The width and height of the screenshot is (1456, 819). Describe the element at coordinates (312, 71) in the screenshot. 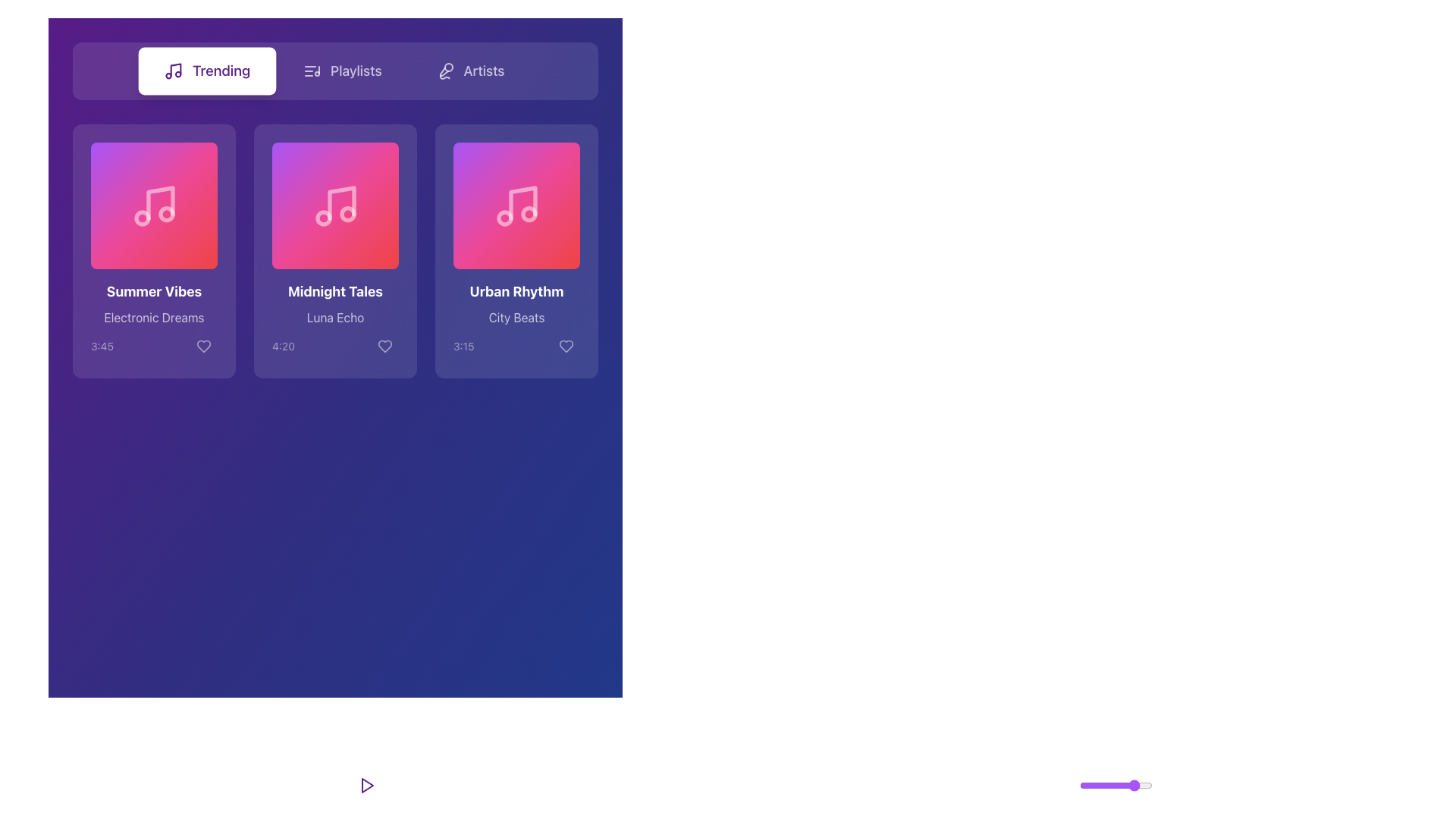

I see `the 'Playlists' icon located in the navigation bar, specifically on the left side of the 'Playlists' label` at that location.